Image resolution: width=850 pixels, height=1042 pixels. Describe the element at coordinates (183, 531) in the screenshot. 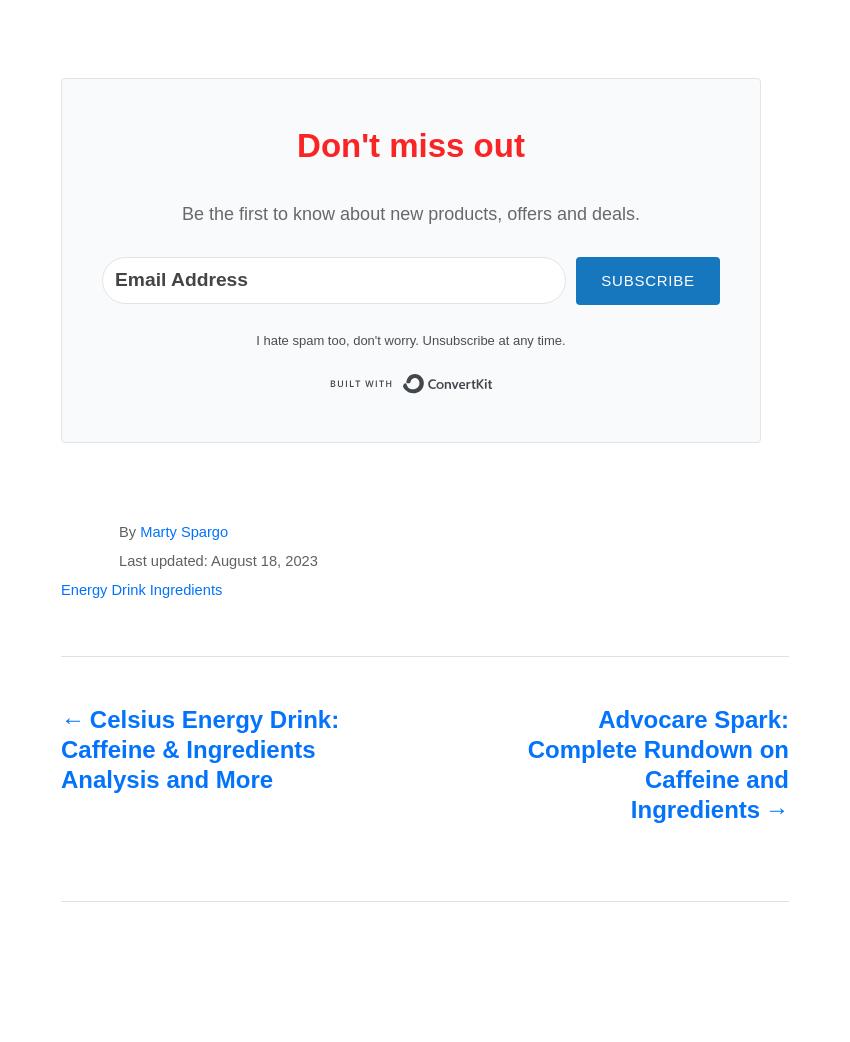

I see `'Marty Spargo'` at that location.